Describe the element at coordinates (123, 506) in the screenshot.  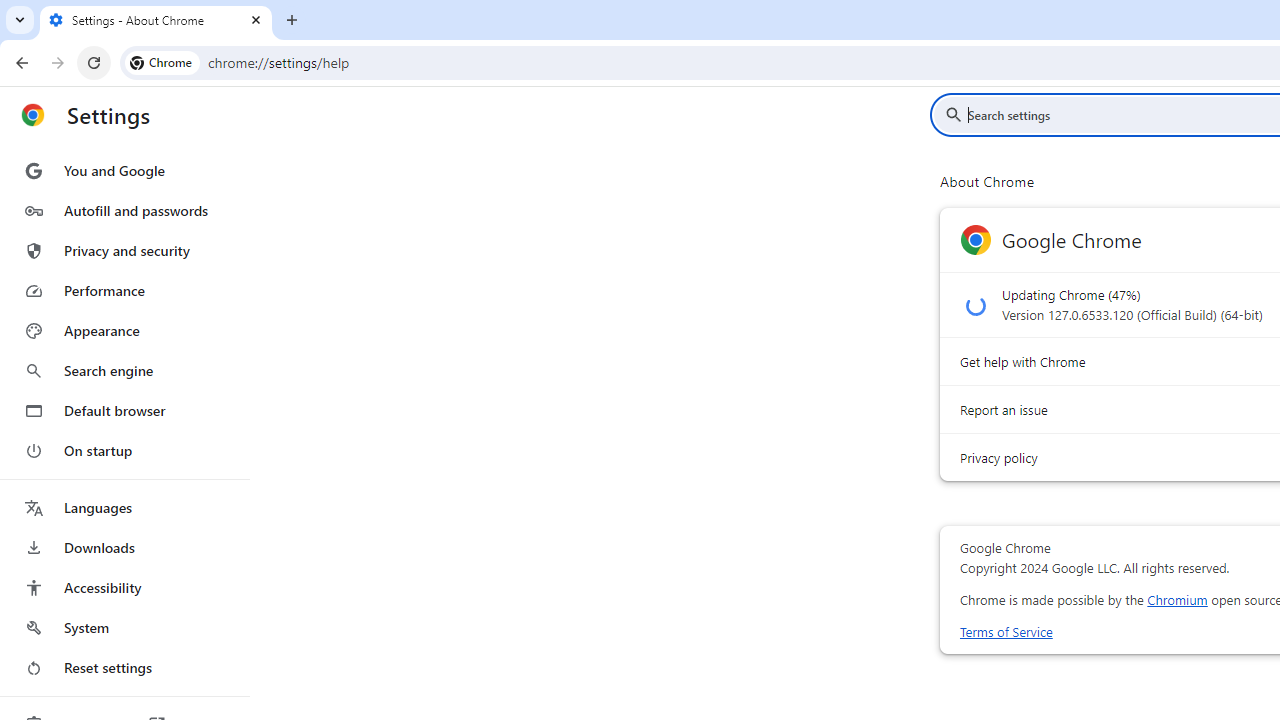
I see `'Languages'` at that location.